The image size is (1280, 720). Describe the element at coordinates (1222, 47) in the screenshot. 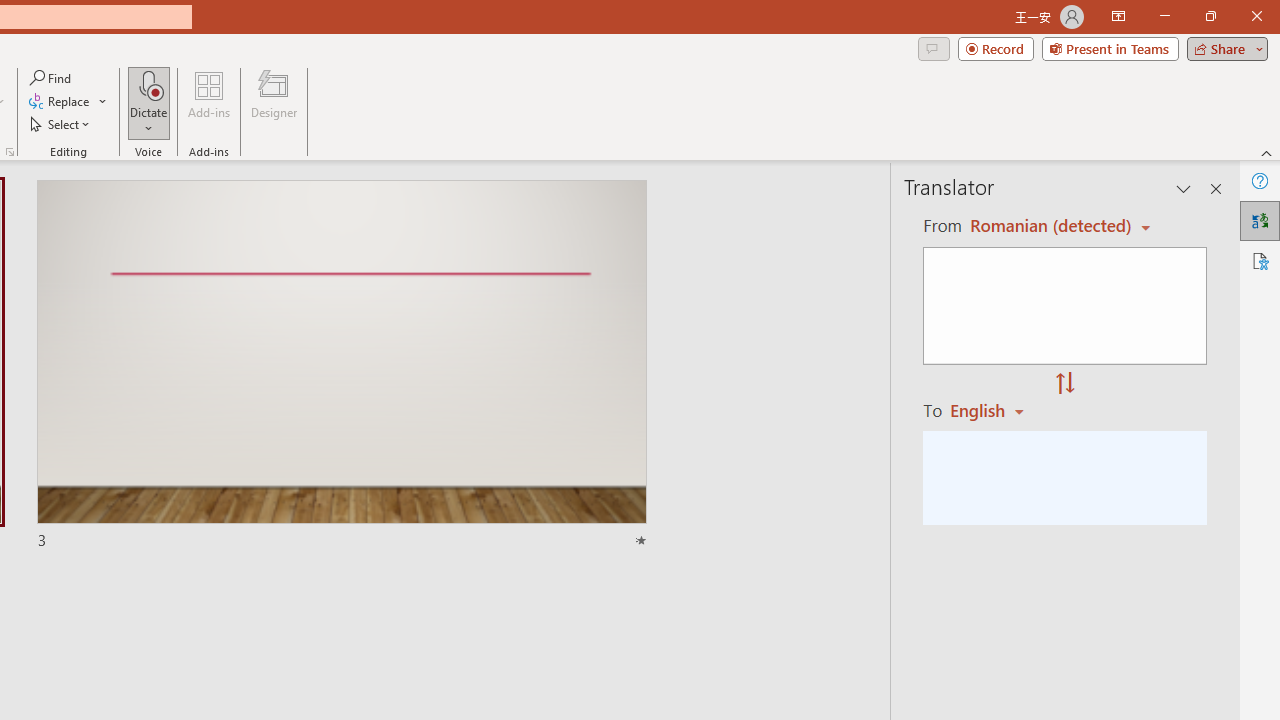

I see `'Share'` at that location.